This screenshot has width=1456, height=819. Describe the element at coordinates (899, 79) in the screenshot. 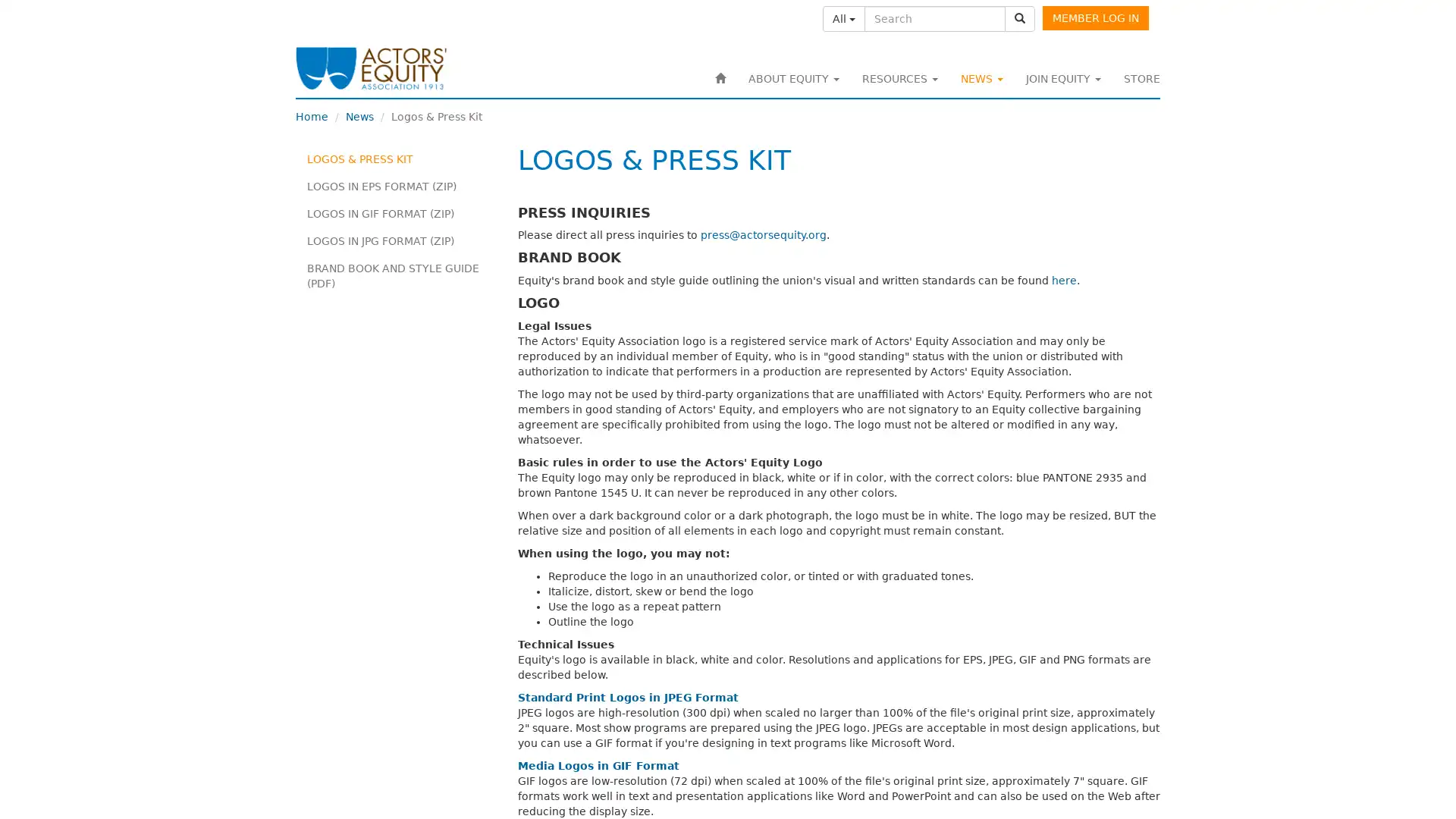

I see `RESOURCES` at that location.